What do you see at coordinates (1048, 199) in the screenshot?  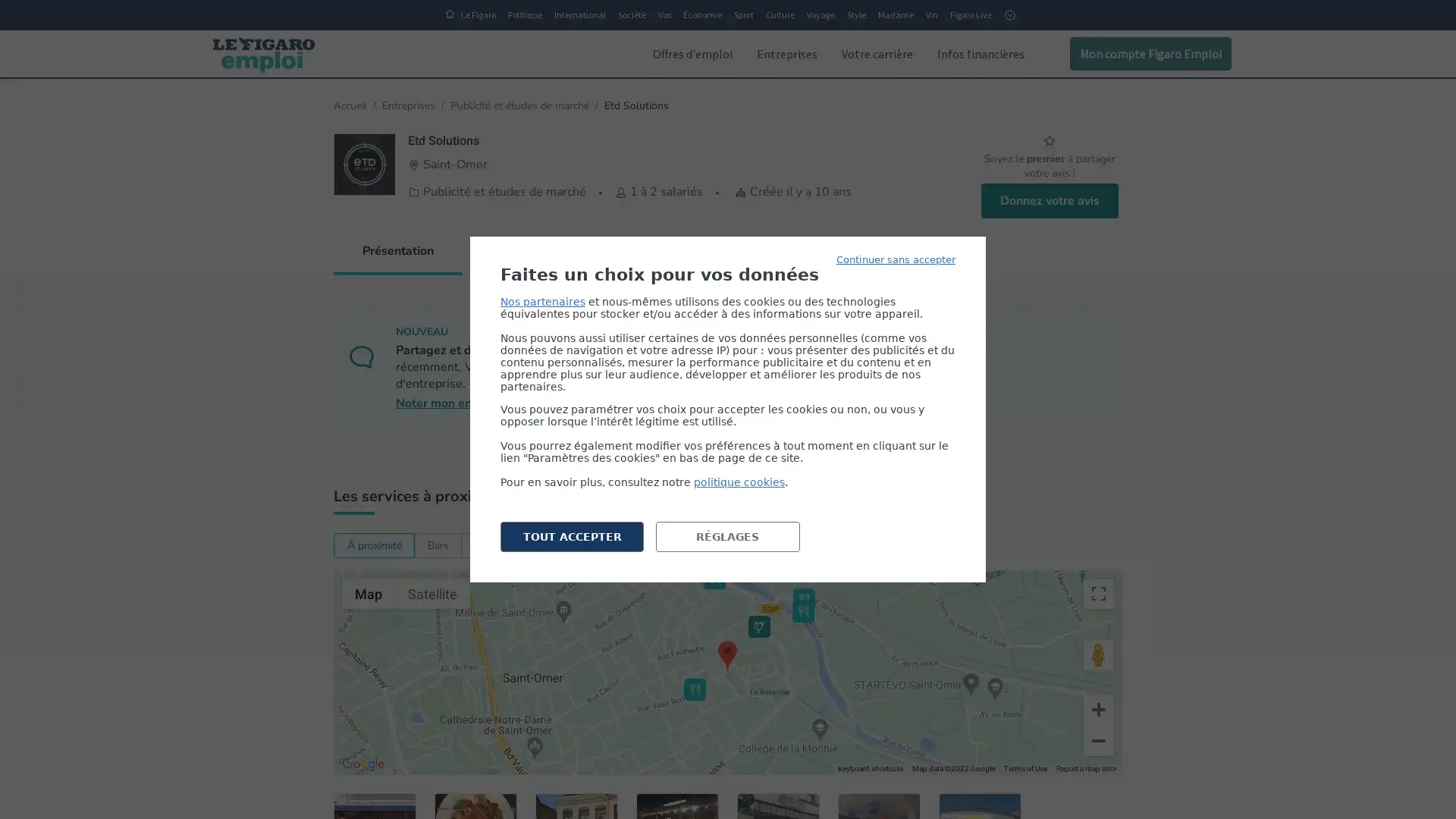 I see `Donnez votre avis` at bounding box center [1048, 199].